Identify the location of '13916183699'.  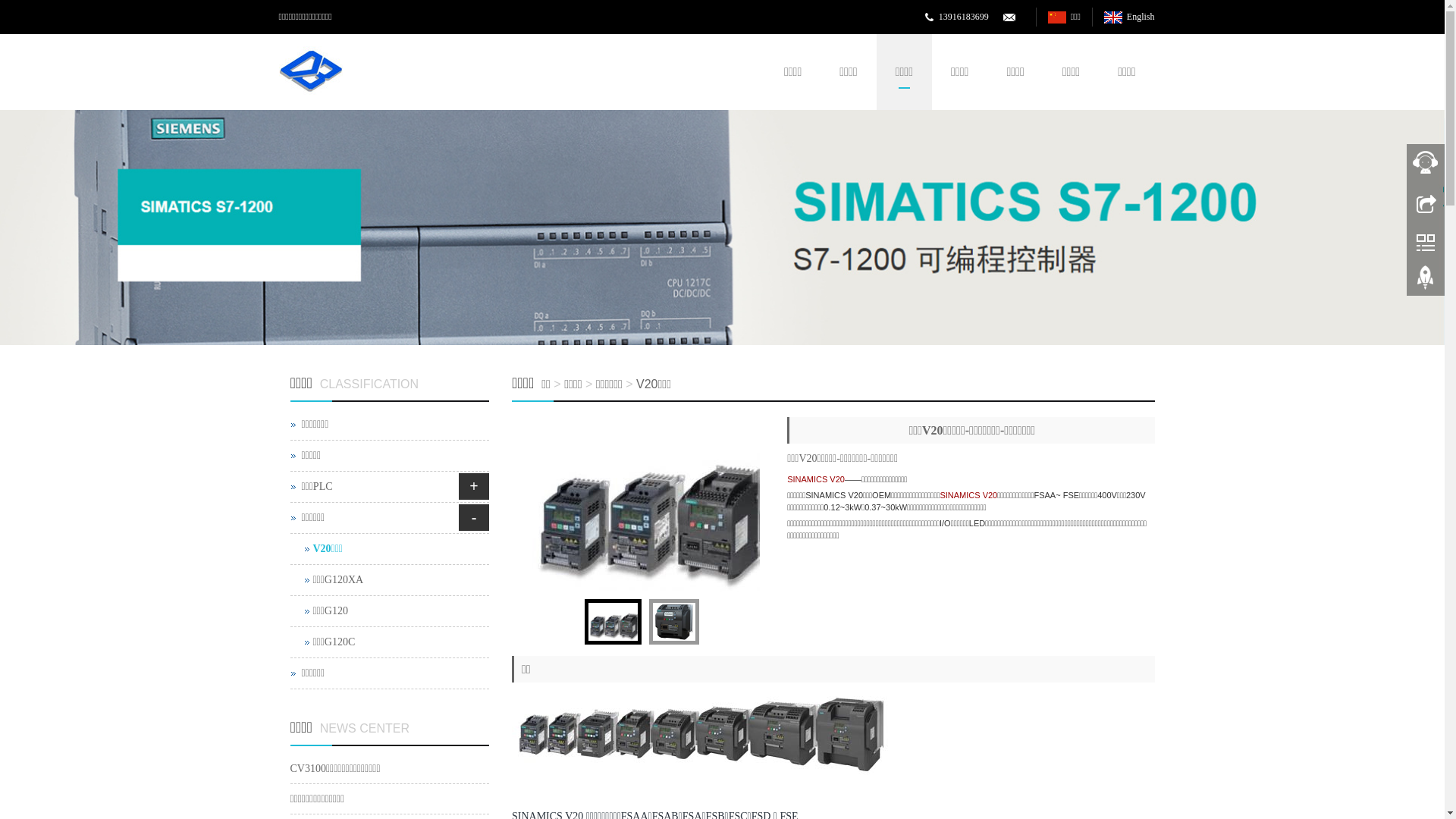
(963, 17).